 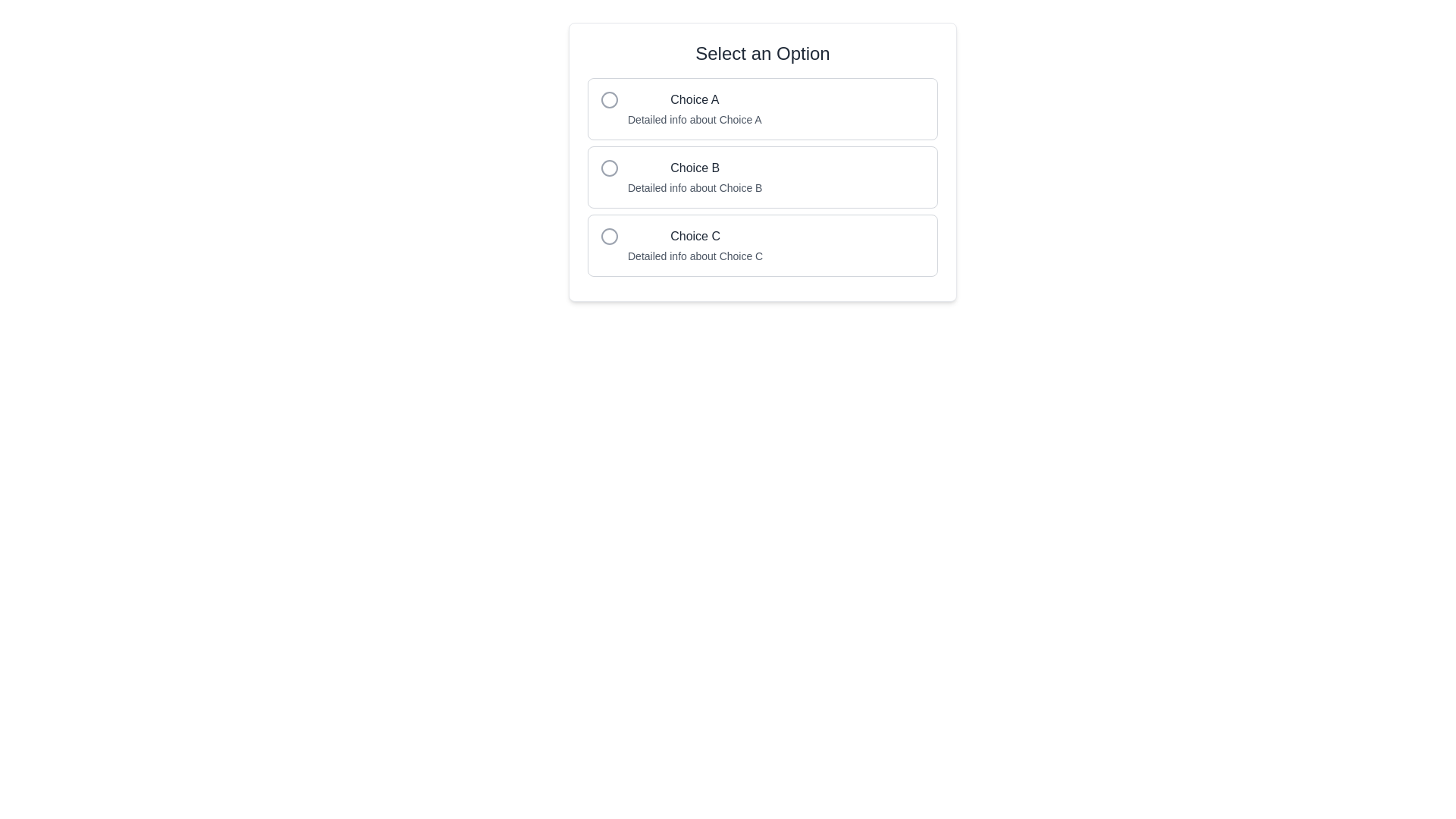 I want to click on the text label providing descriptive information about 'Choice B', located directly beneath 'Choice B' in the vertical list of choices, so click(x=694, y=187).